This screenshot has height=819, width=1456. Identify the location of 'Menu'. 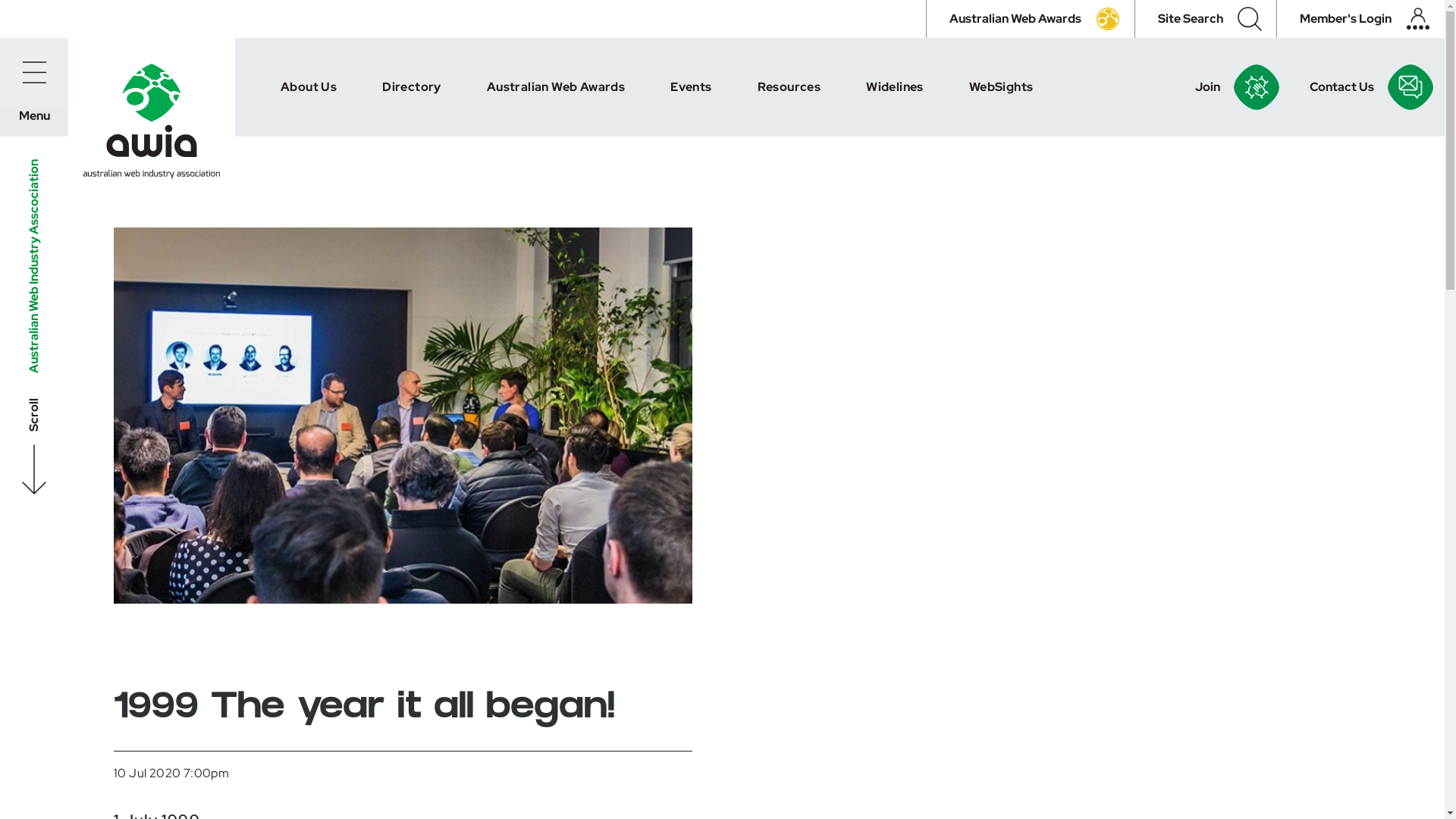
(0, 72).